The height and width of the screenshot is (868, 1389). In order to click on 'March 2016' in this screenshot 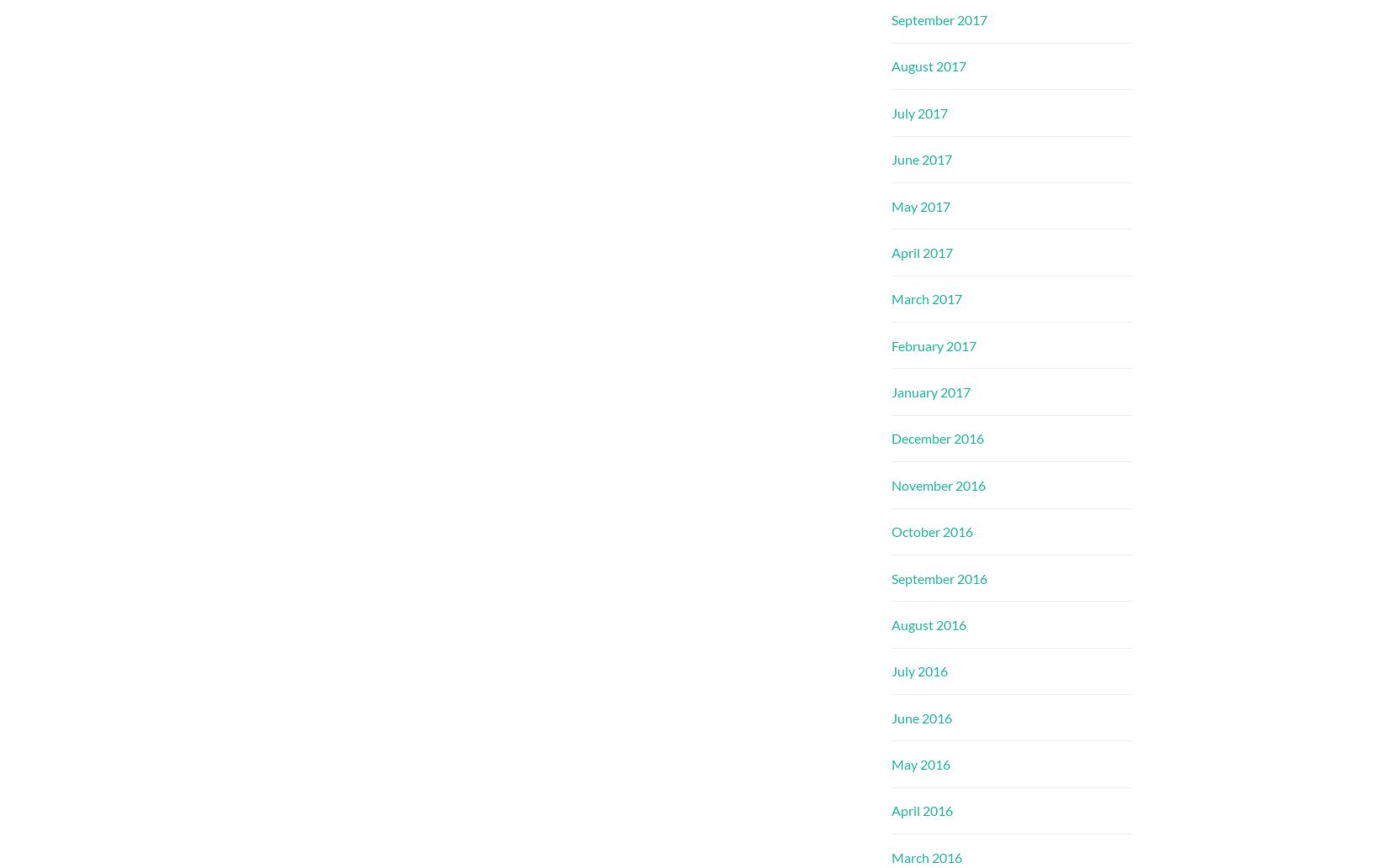, I will do `click(926, 855)`.